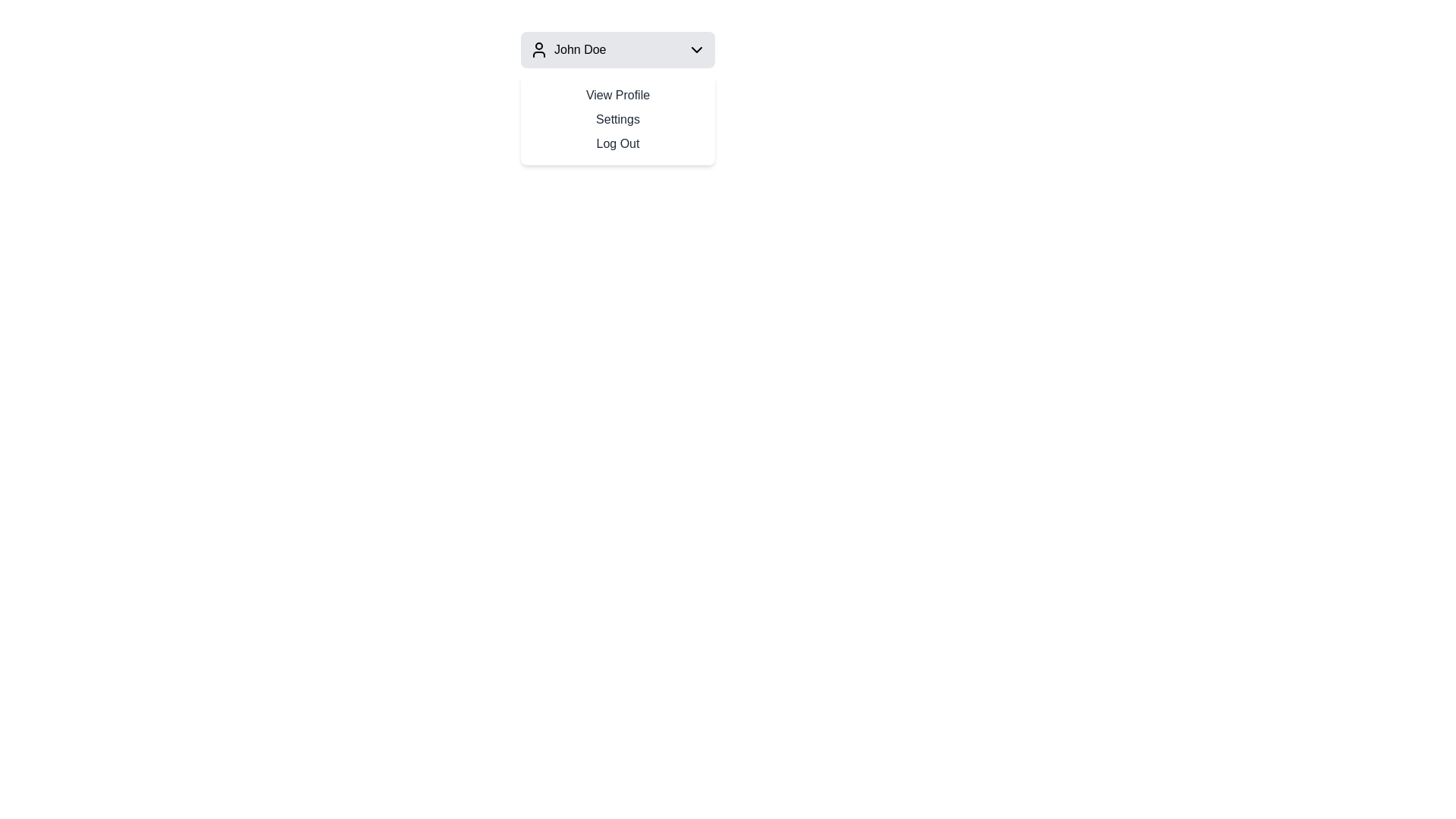 This screenshot has height=819, width=1456. Describe the element at coordinates (618, 49) in the screenshot. I see `the clickable menu toggle button located at the top of the menu section, which expands or collapses user profile options` at that location.